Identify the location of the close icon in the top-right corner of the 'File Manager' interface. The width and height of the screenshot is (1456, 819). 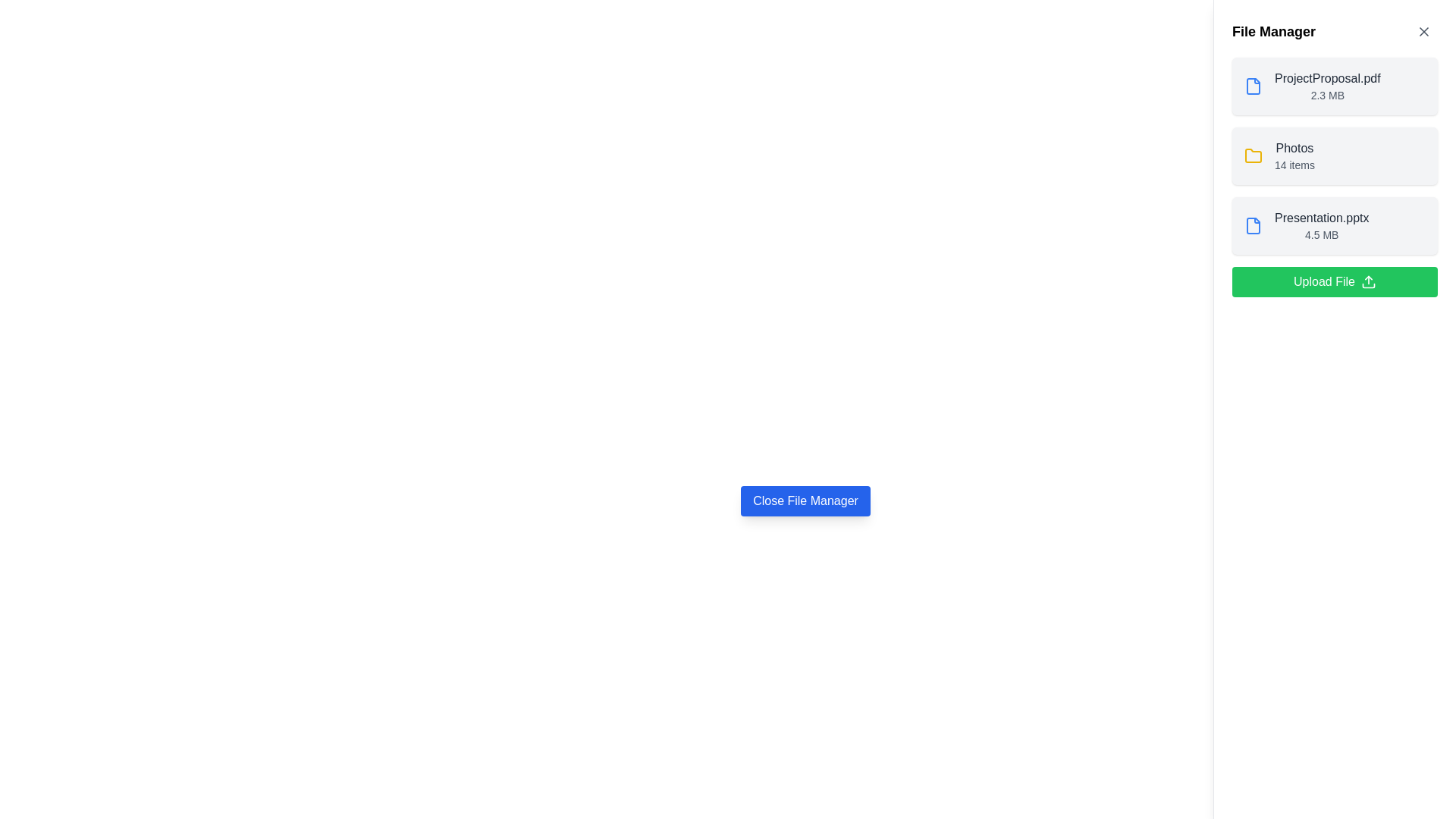
(1423, 32).